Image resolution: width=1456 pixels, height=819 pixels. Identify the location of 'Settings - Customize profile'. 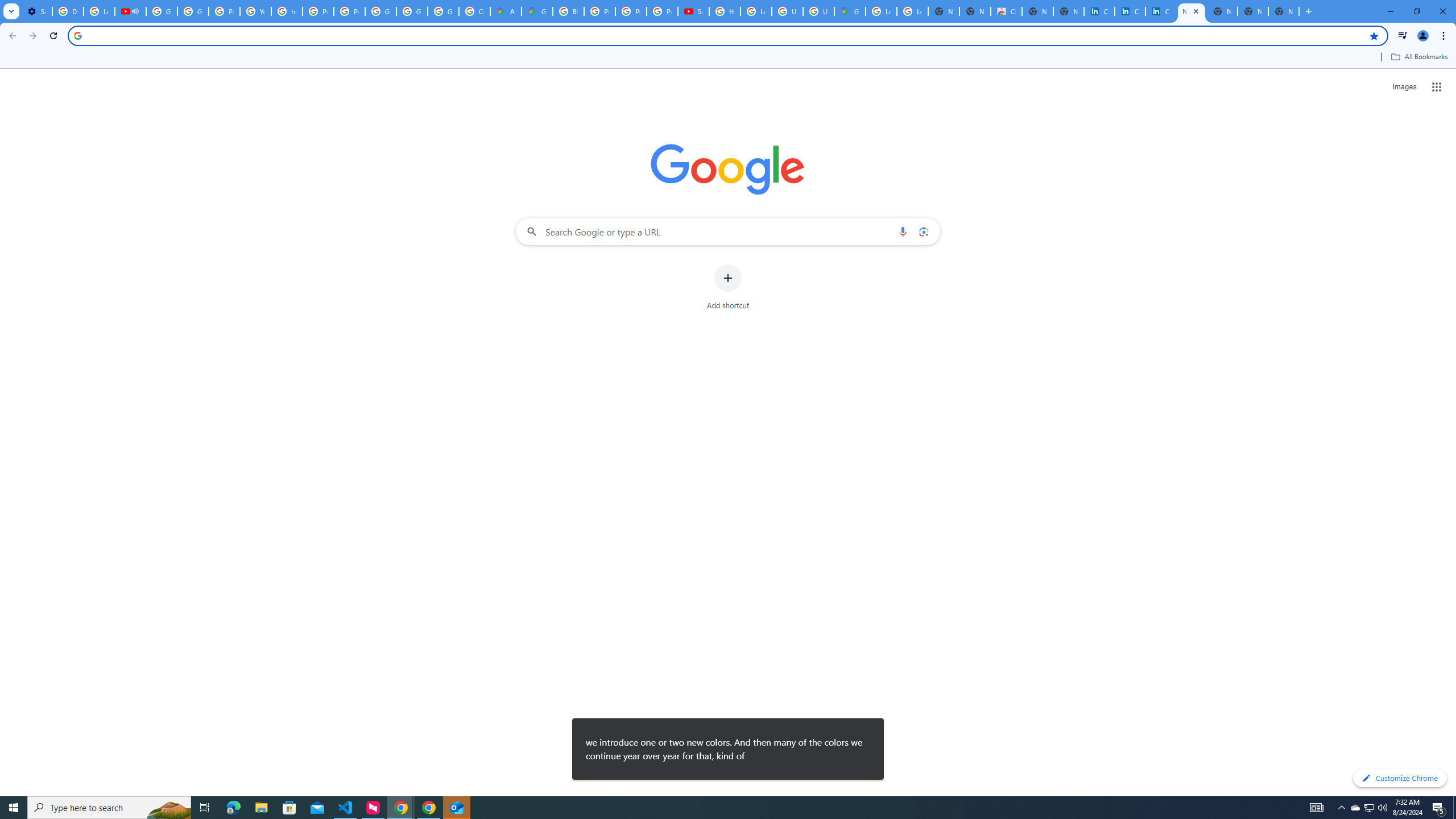
(36, 11).